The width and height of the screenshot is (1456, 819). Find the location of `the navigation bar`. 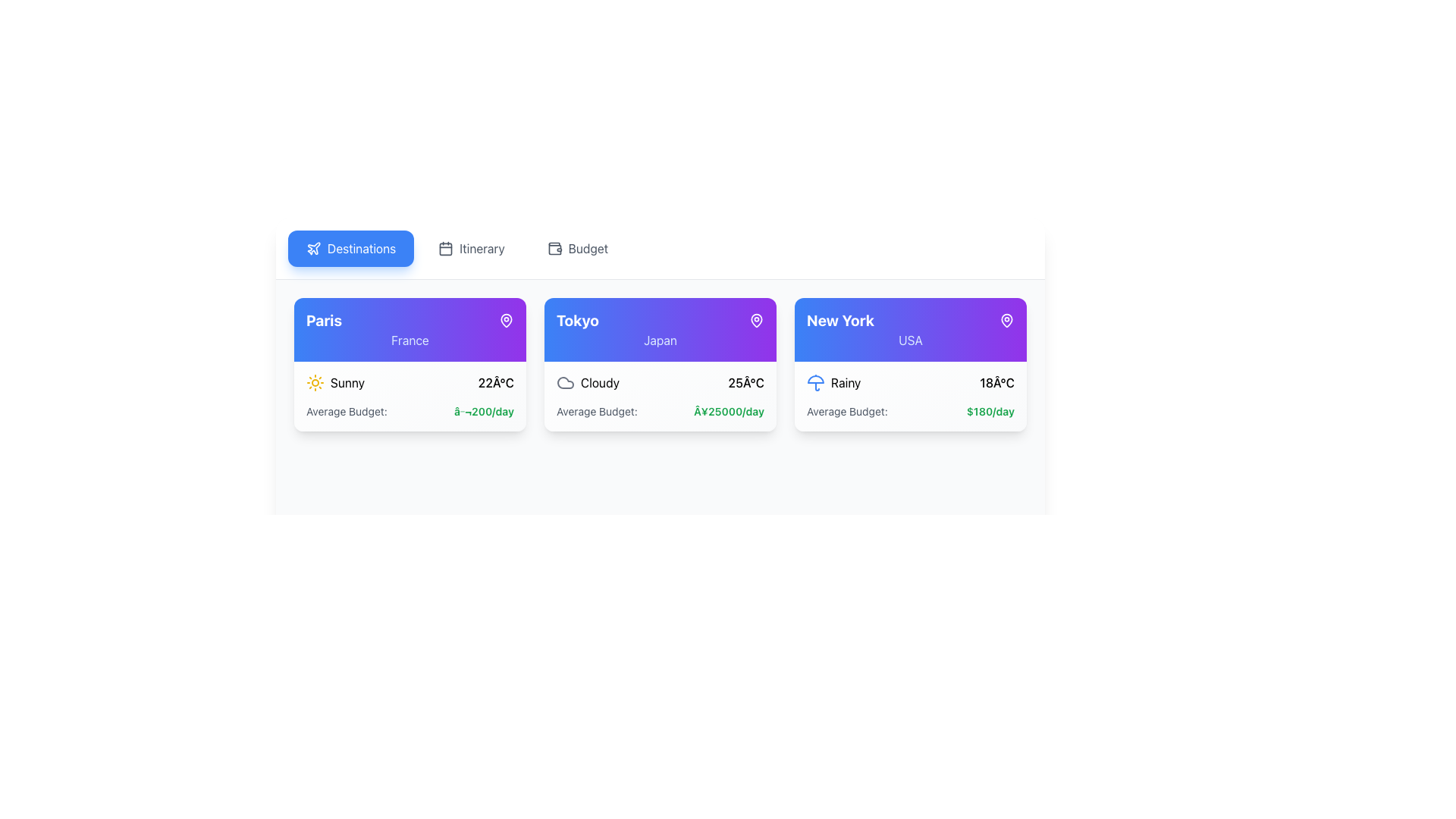

the navigation bar is located at coordinates (660, 248).